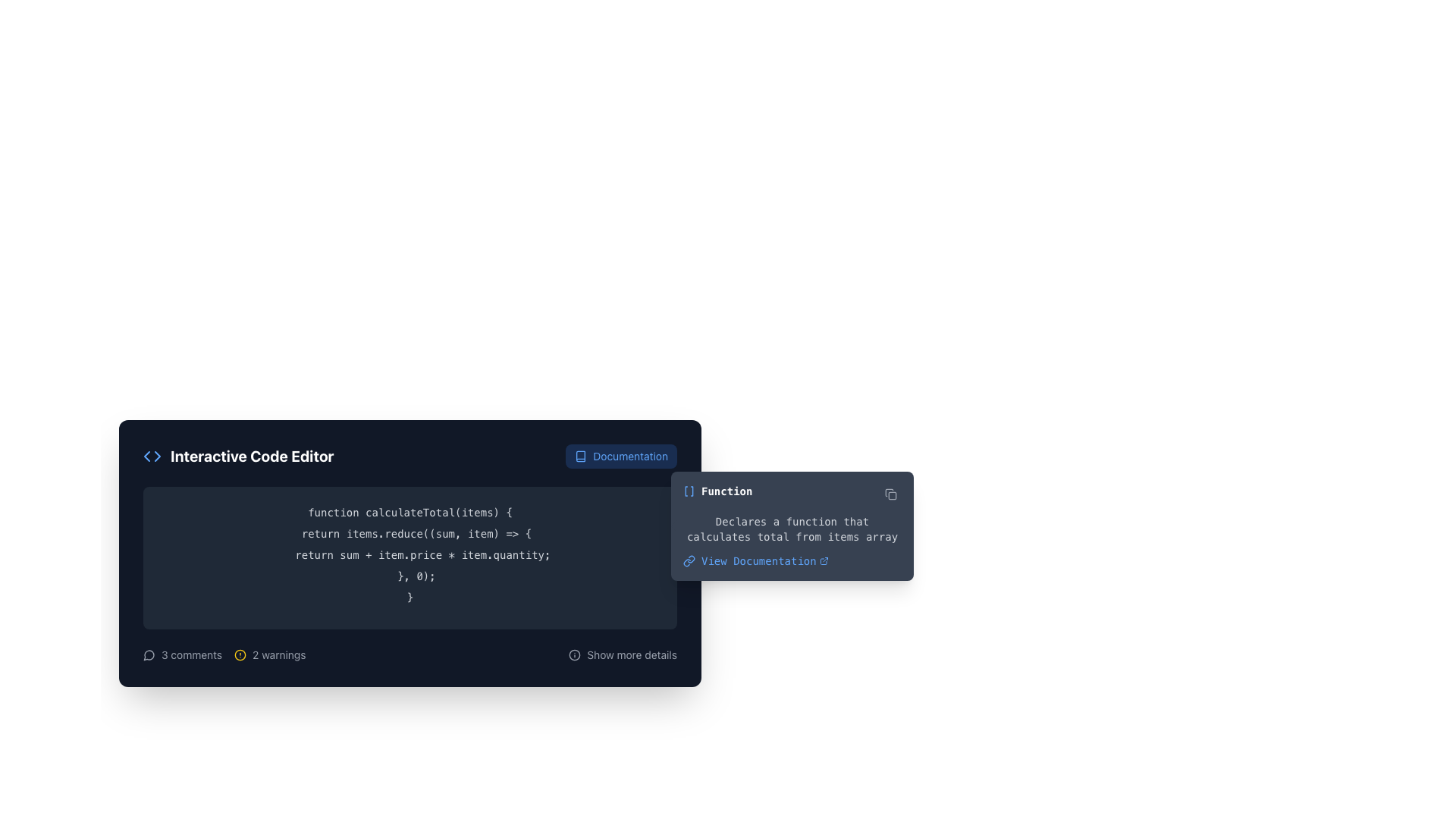 This screenshot has height=819, width=1456. Describe the element at coordinates (717, 491) in the screenshot. I see `the label with an adjacent icon that indicates coding function details, located in the top-left region of the tooltip-like component` at that location.